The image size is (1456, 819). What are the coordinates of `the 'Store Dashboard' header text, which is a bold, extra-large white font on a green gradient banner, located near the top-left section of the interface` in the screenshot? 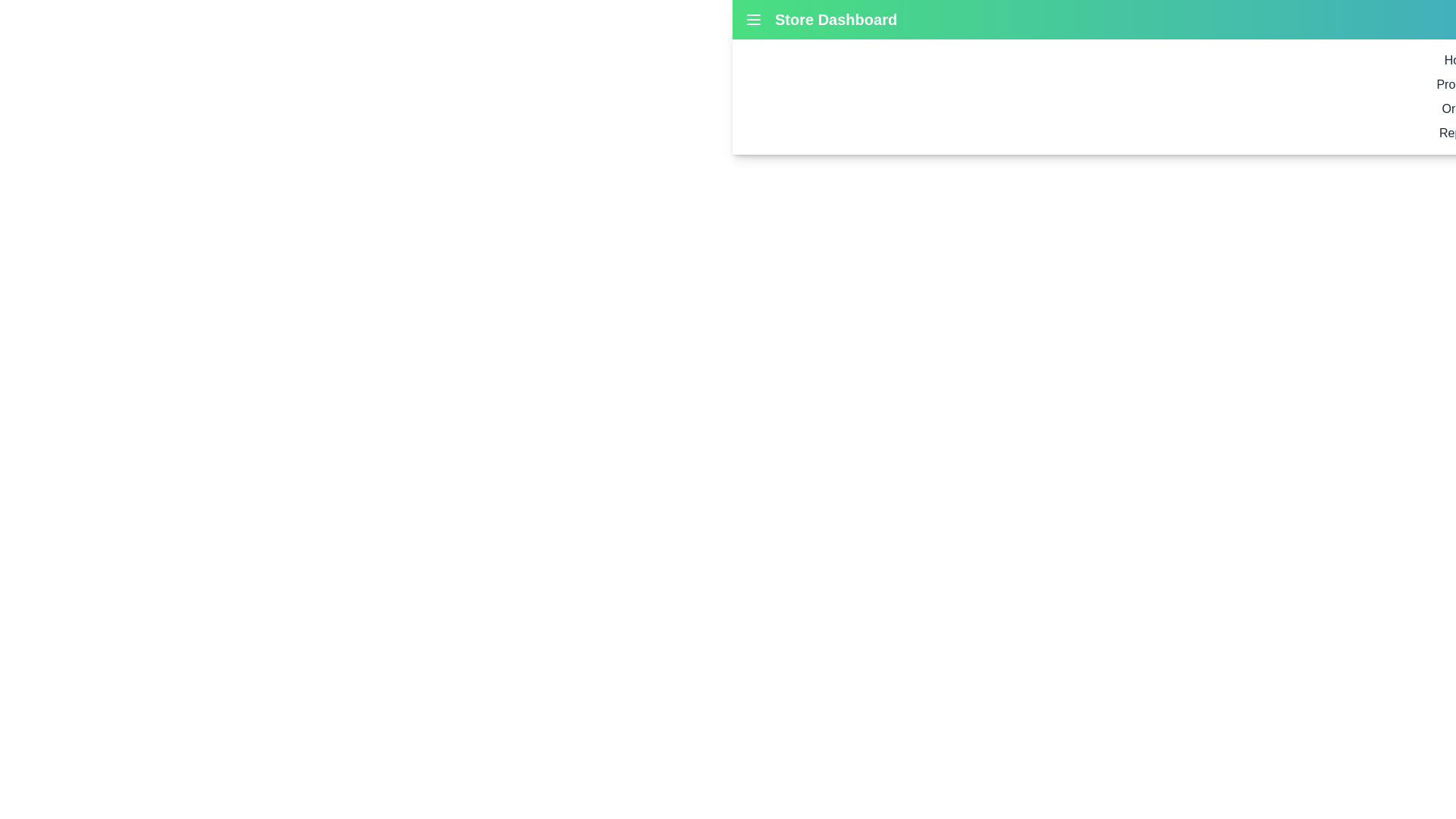 It's located at (835, 20).